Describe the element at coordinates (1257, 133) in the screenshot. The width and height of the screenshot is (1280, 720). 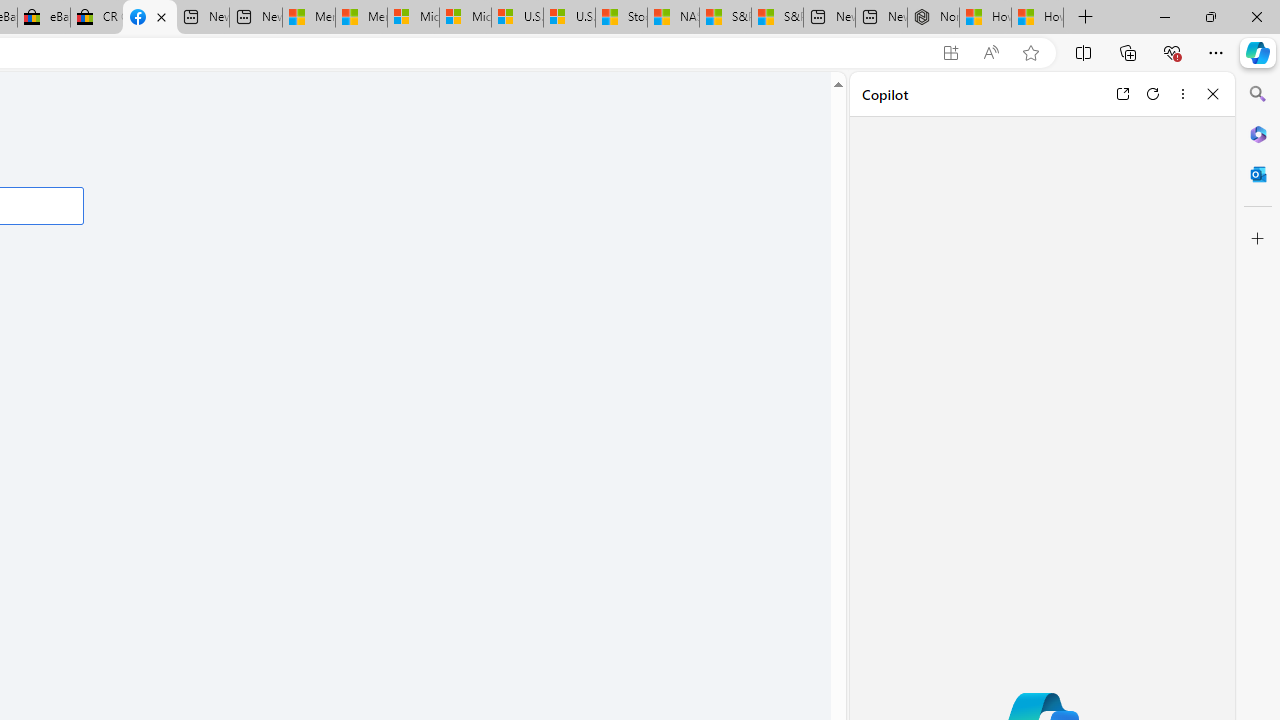
I see `'Microsoft 365'` at that location.